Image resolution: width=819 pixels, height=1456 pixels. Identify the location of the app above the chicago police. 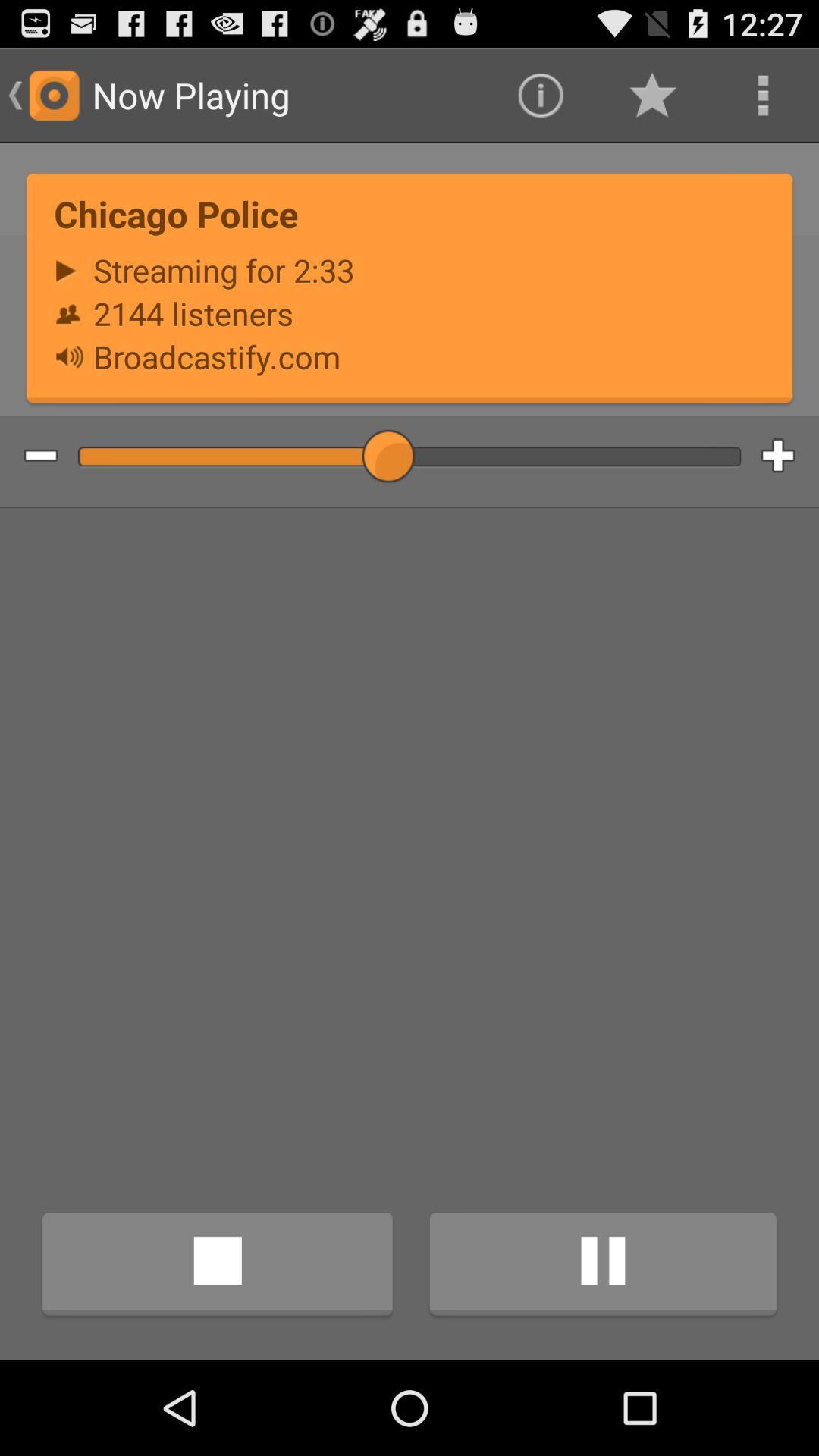
(651, 94).